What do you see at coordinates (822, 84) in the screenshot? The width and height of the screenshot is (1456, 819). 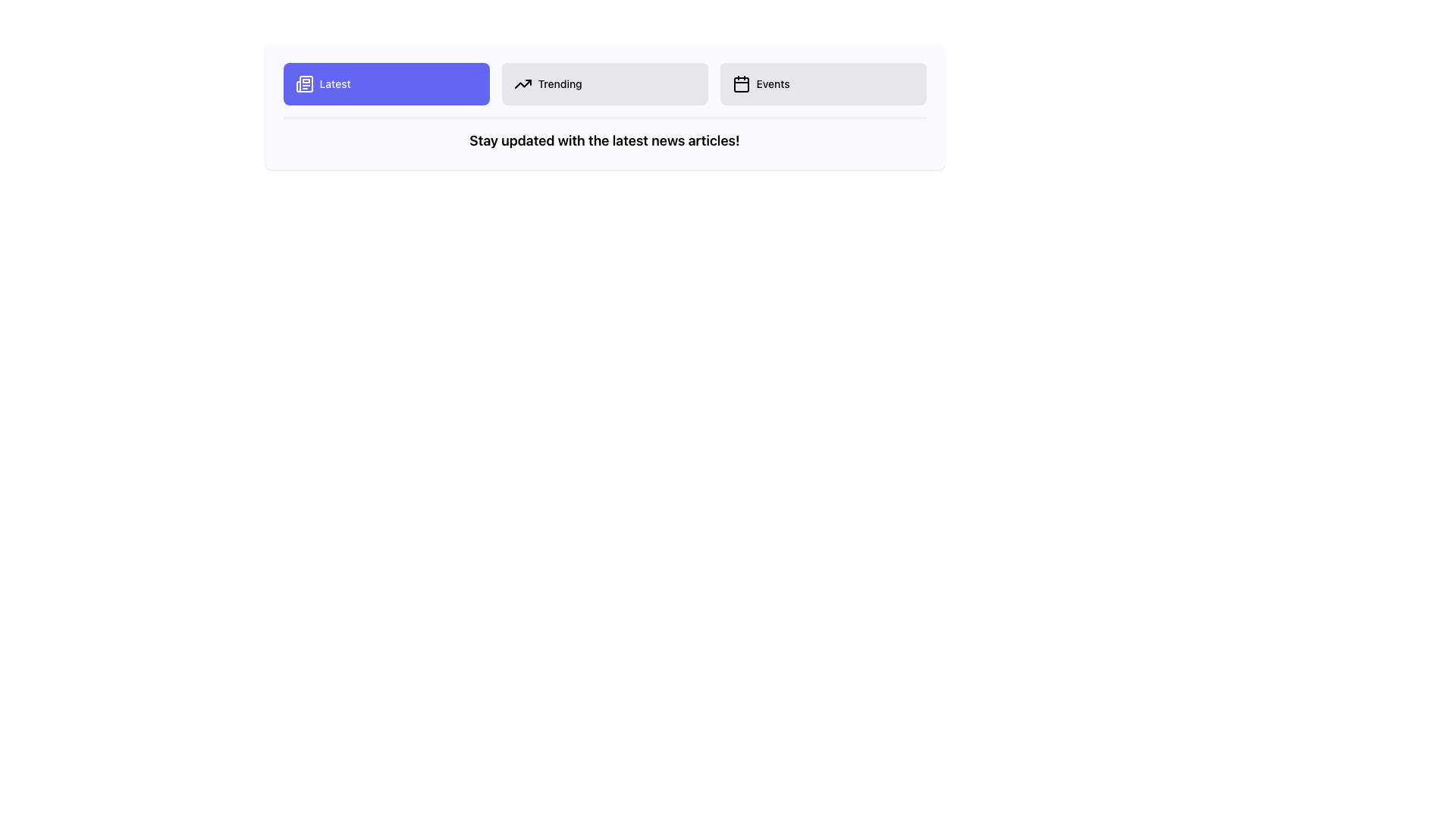 I see `the 'Events' button, which is the rightmost button in a group of three` at bounding box center [822, 84].